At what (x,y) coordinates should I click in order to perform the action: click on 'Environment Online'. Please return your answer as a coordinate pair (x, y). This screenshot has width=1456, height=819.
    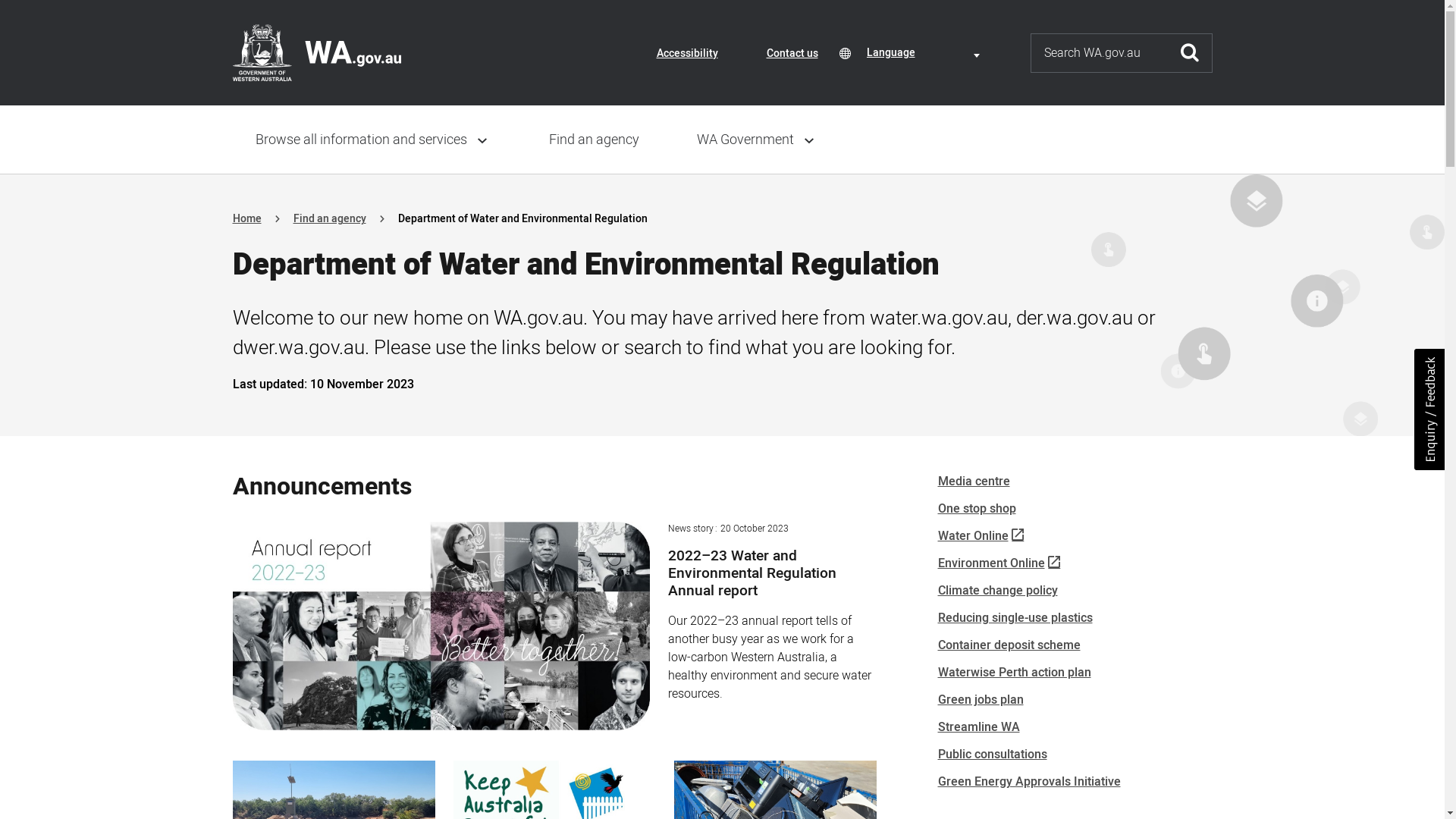
    Looking at the image, I should click on (998, 563).